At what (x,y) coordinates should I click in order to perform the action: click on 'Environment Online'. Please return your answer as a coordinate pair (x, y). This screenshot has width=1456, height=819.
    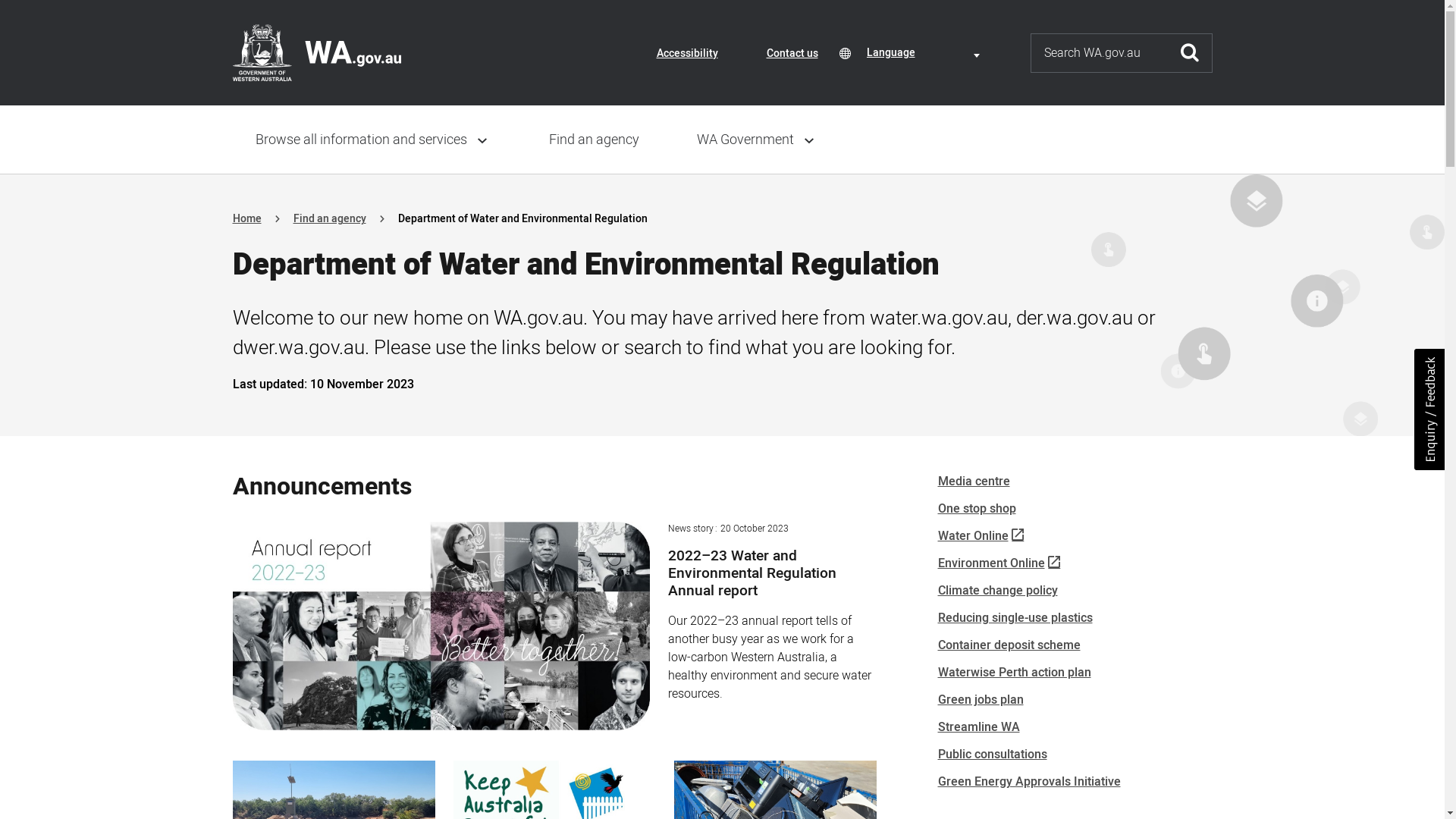
    Looking at the image, I should click on (998, 563).